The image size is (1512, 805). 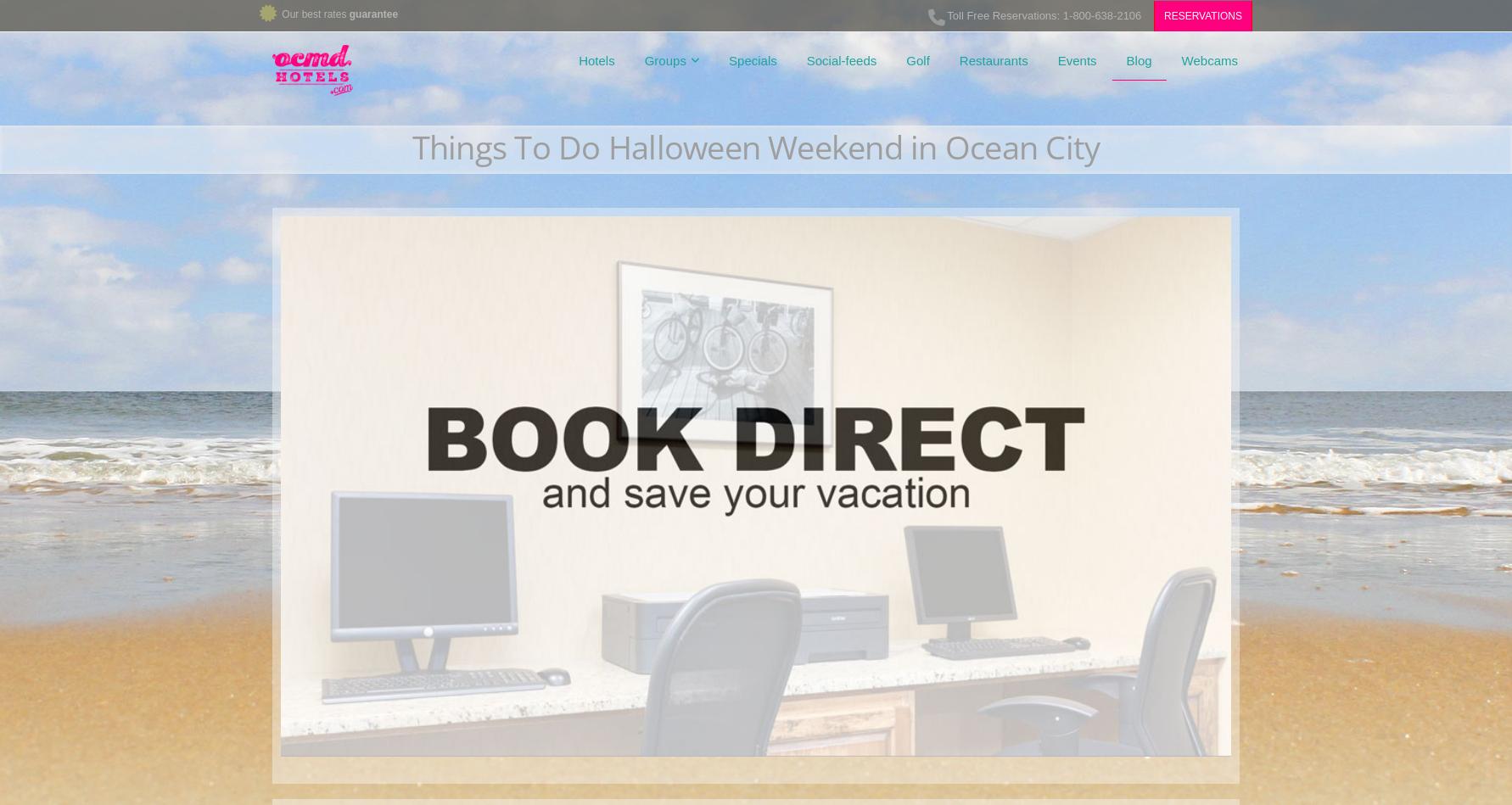 I want to click on 'Our best rates', so click(x=315, y=14).